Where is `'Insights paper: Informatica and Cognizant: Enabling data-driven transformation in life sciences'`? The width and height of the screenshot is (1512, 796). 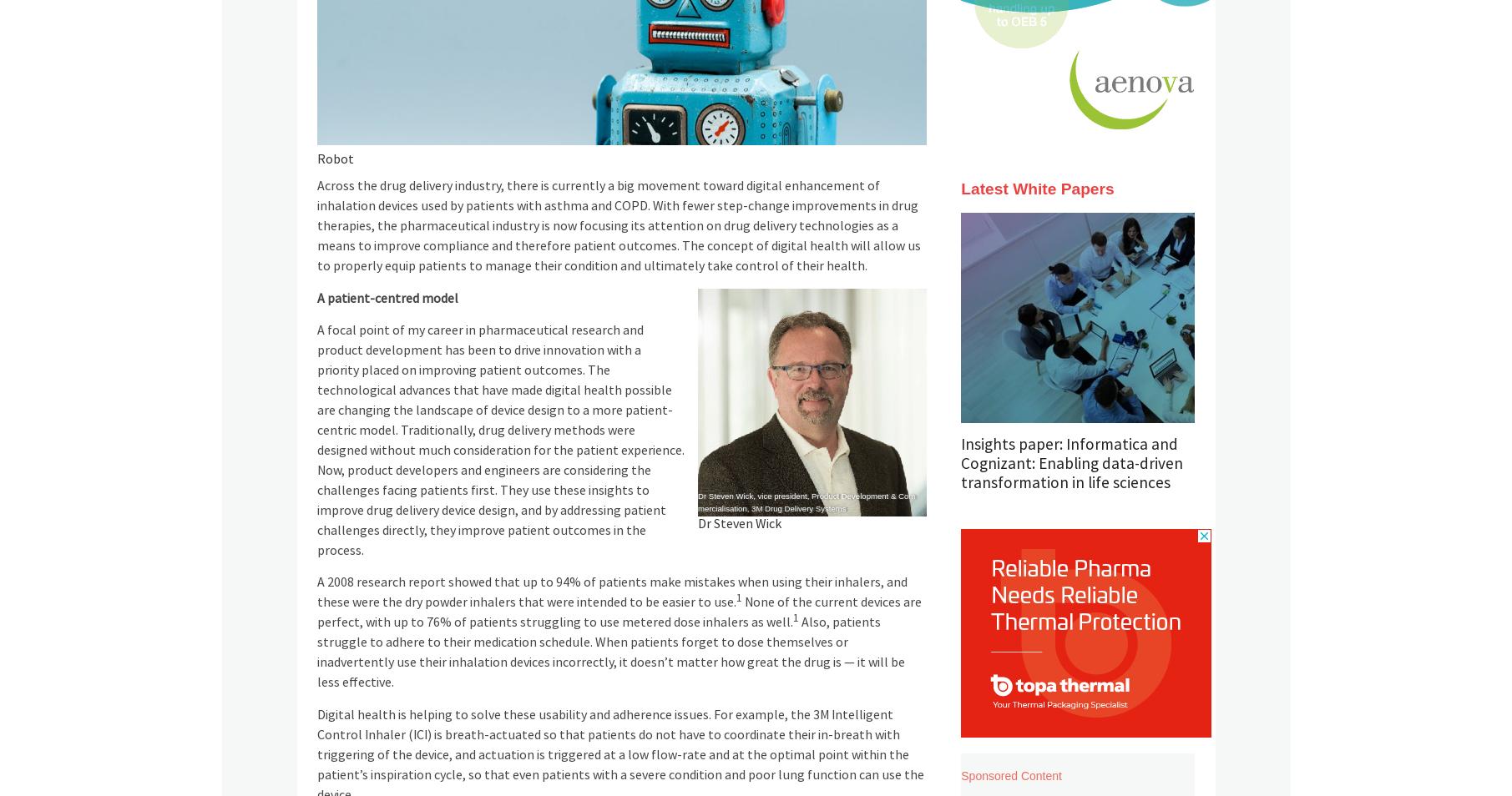
'Insights paper: Informatica and Cognizant: Enabling data-driven transformation in life sciences' is located at coordinates (960, 462).